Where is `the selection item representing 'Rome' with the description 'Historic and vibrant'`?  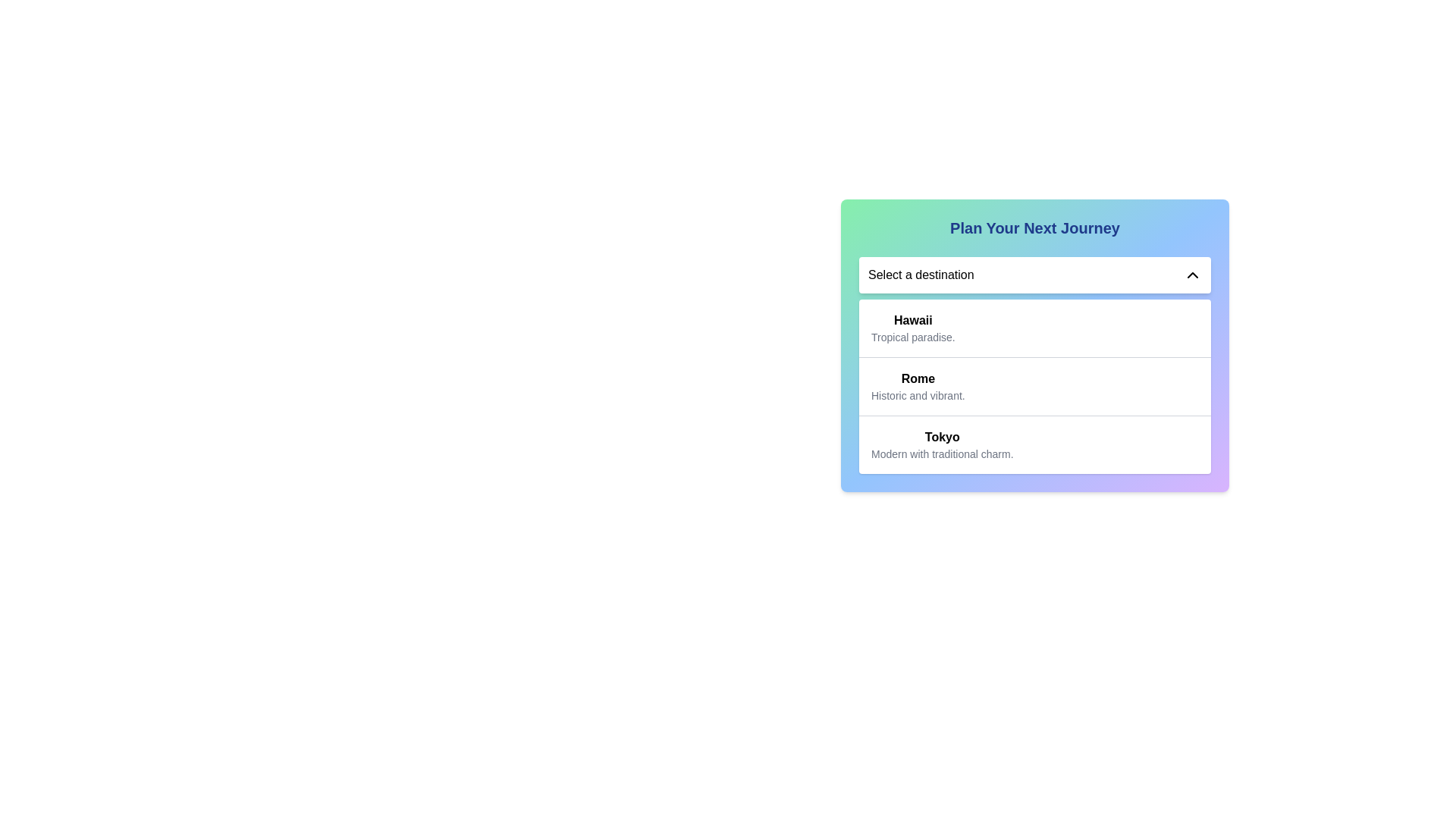
the selection item representing 'Rome' with the description 'Historic and vibrant' is located at coordinates (1034, 385).